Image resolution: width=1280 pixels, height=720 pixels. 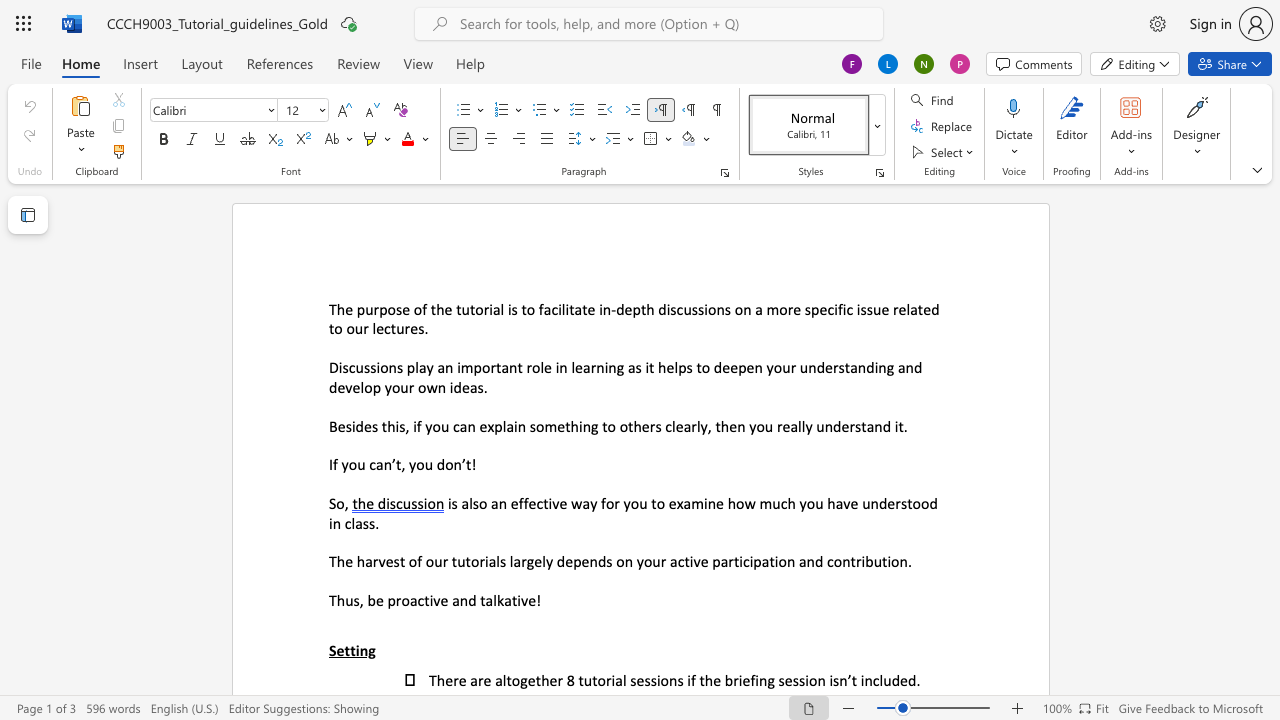 What do you see at coordinates (504, 599) in the screenshot?
I see `the space between the continuous character "k" and "a" in the text` at bounding box center [504, 599].